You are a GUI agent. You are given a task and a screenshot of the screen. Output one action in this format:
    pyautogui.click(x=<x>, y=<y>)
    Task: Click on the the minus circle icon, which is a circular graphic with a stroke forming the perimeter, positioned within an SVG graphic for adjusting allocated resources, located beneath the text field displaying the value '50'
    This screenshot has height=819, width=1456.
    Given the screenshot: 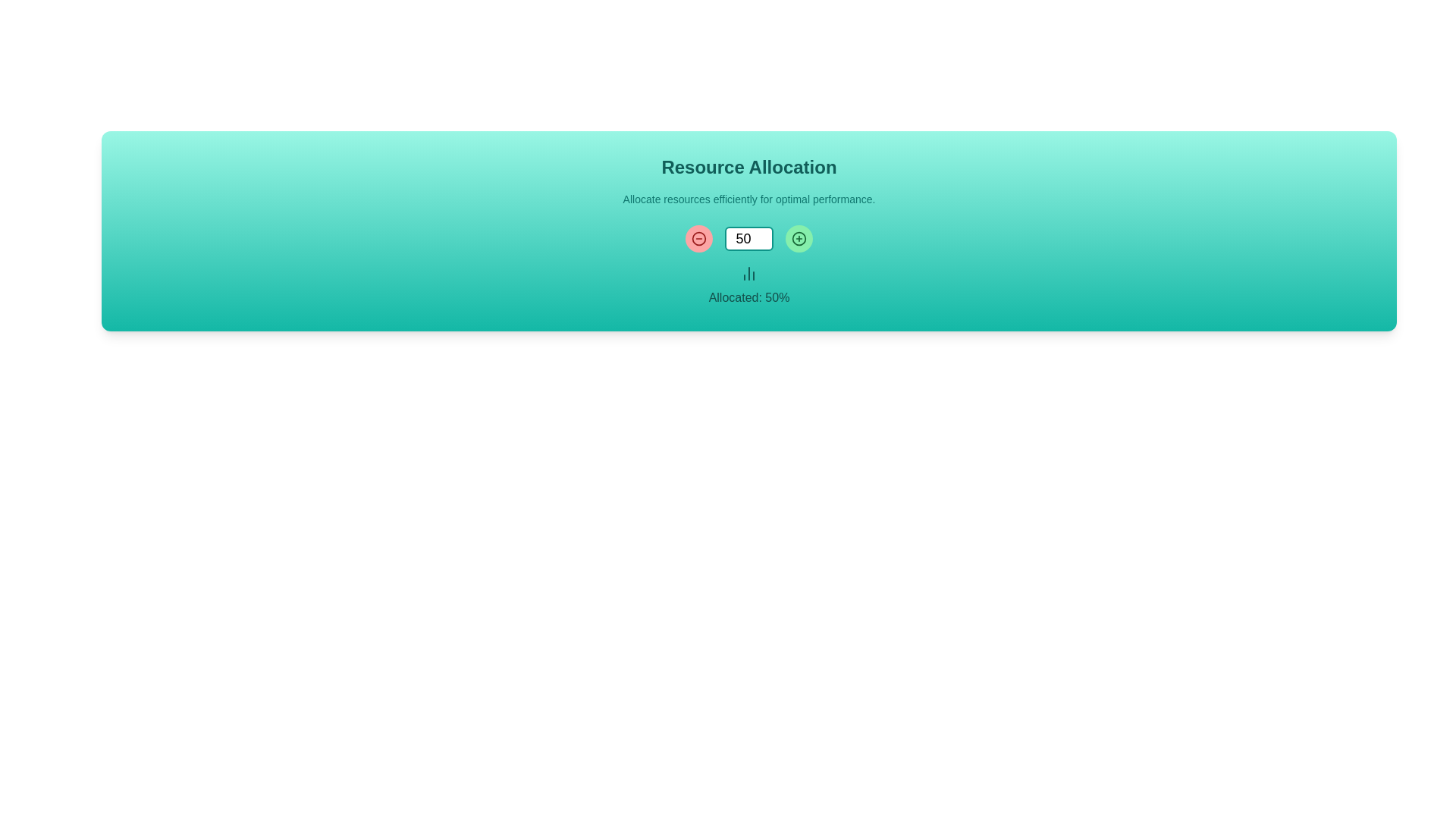 What is the action you would take?
    pyautogui.click(x=698, y=239)
    